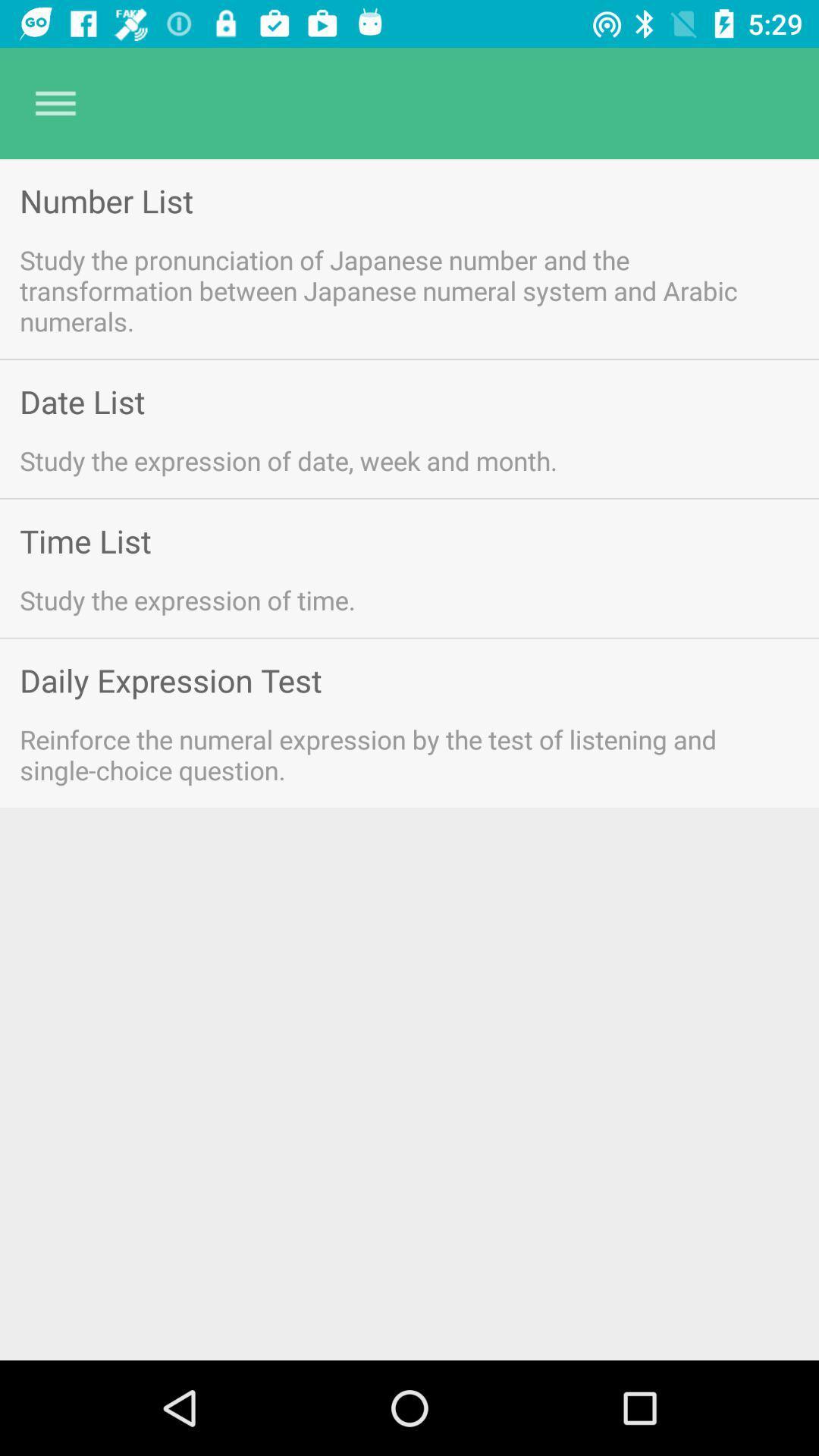 This screenshot has height=1456, width=819. I want to click on item above the study the expression, so click(82, 401).